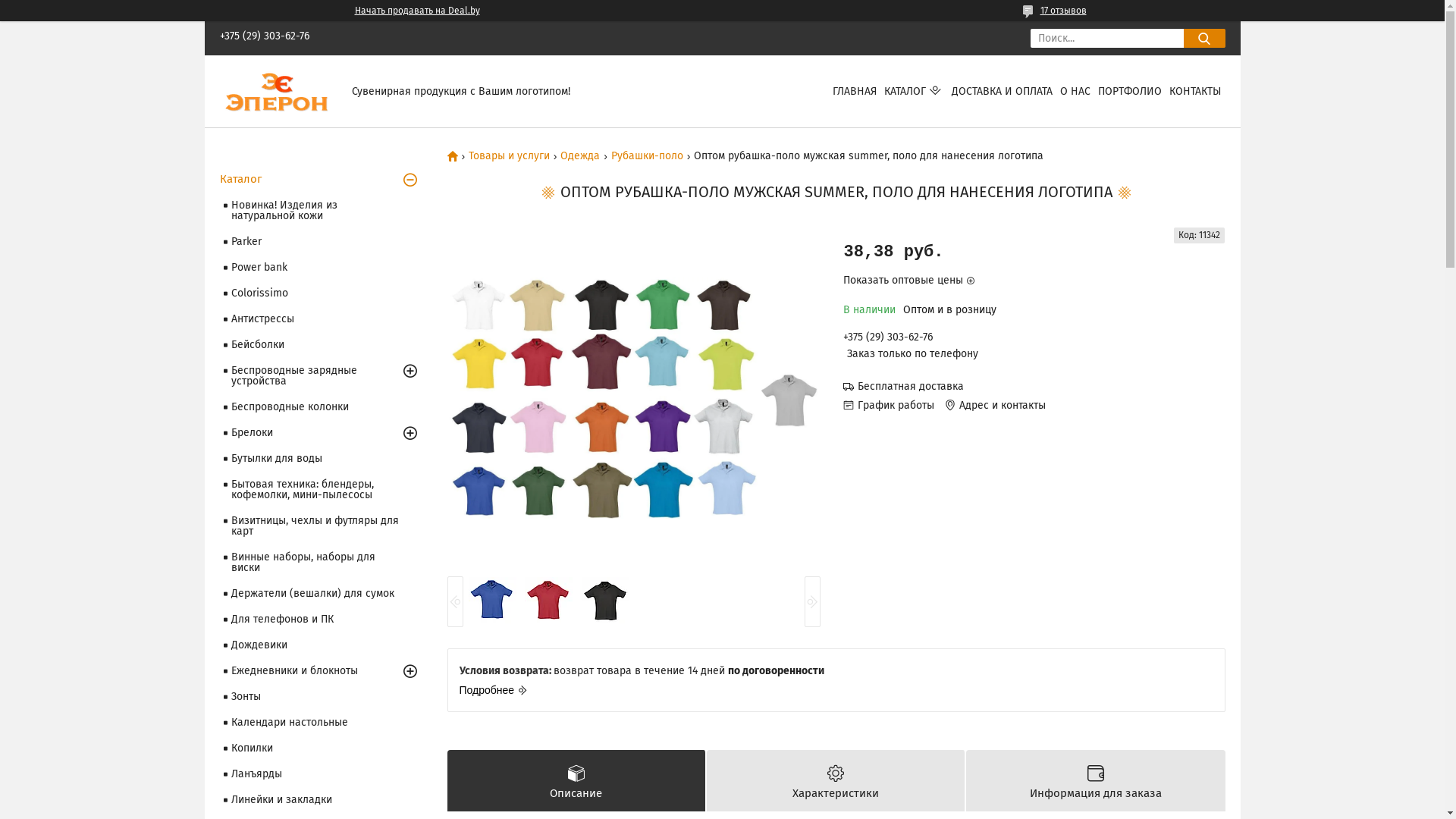  Describe the element at coordinates (322, 267) in the screenshot. I see `'Power bank'` at that location.